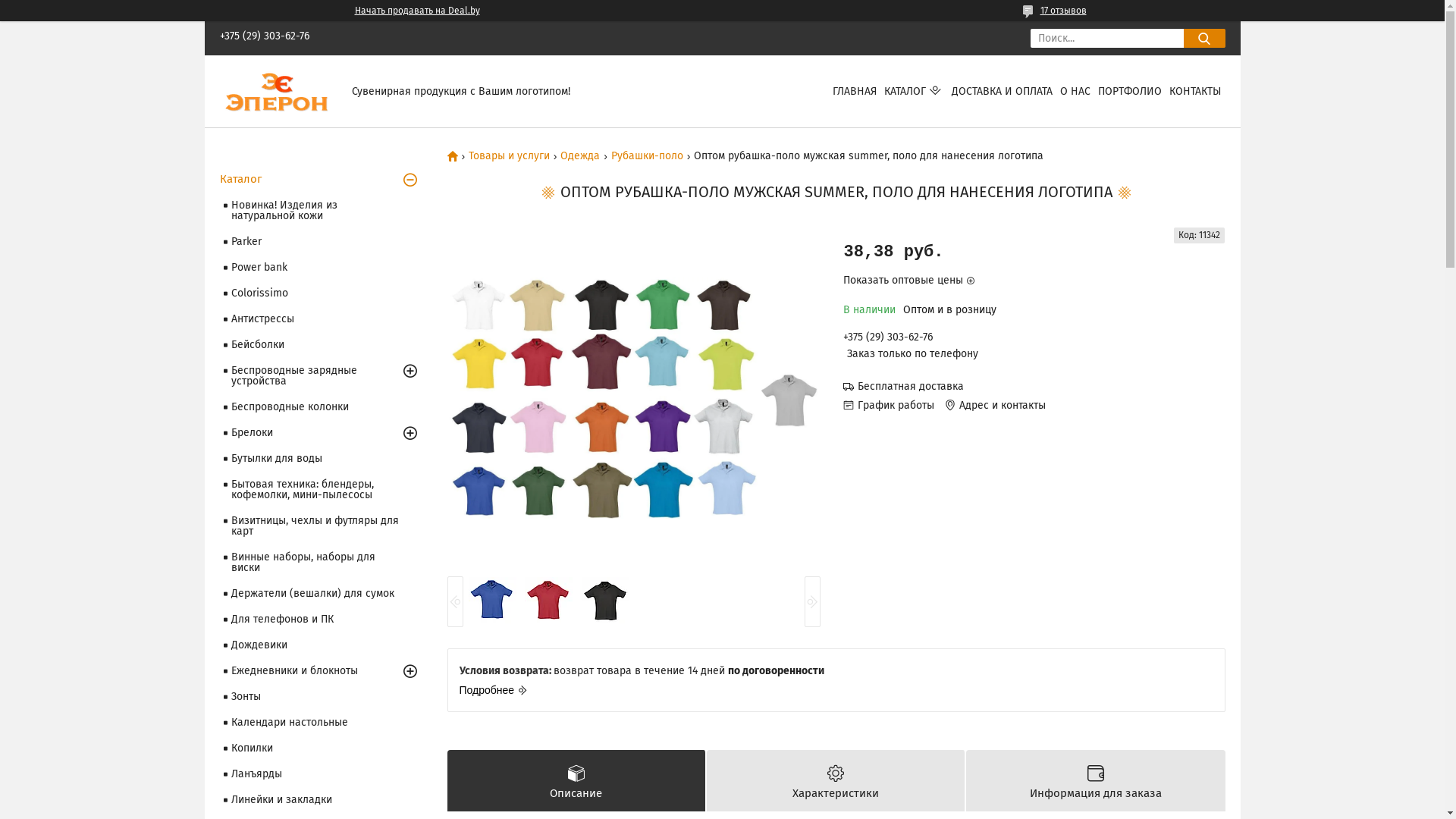  Describe the element at coordinates (322, 267) in the screenshot. I see `'Power bank'` at that location.